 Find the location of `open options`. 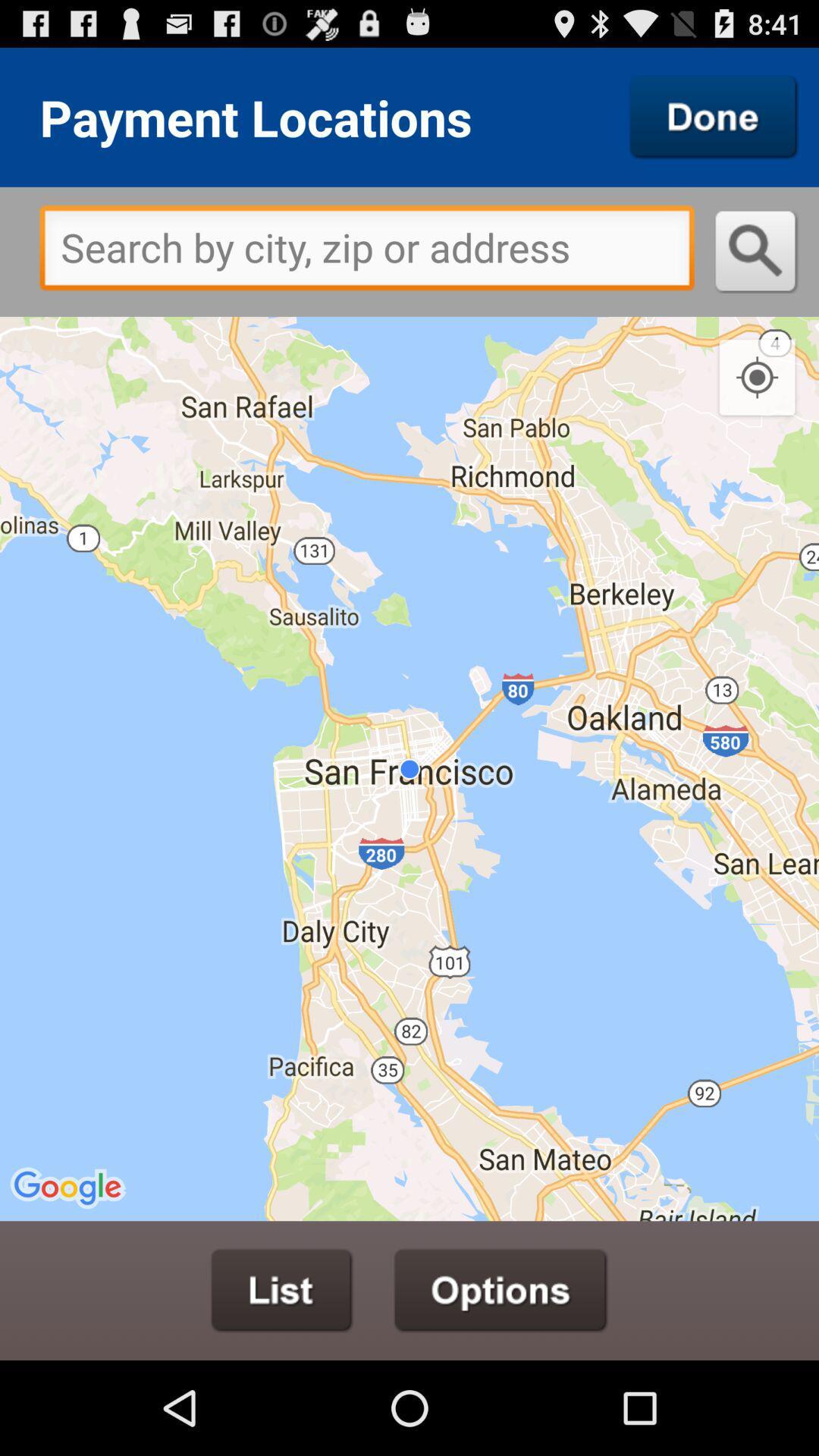

open options is located at coordinates (500, 1290).